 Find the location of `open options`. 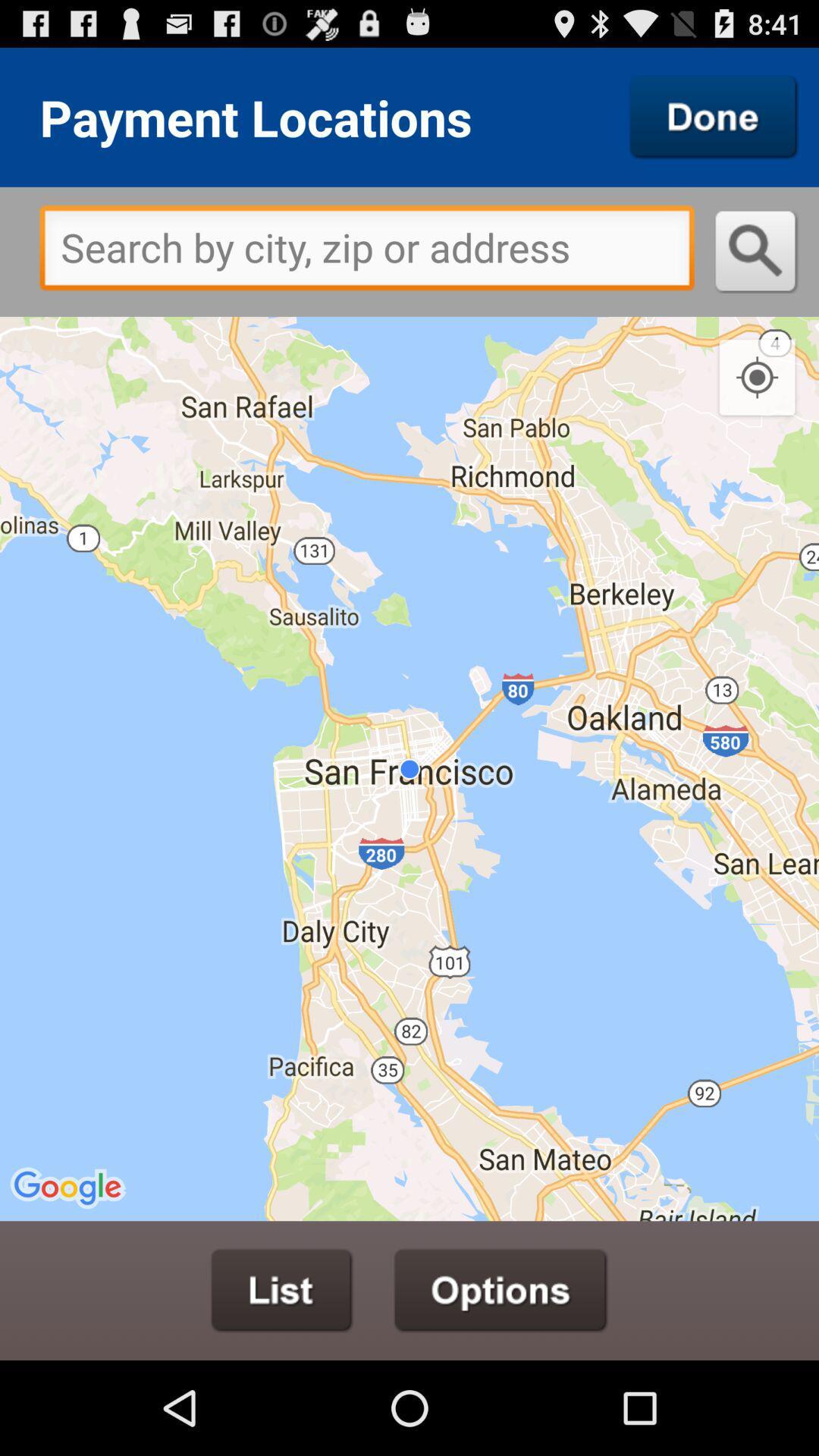

open options is located at coordinates (500, 1290).